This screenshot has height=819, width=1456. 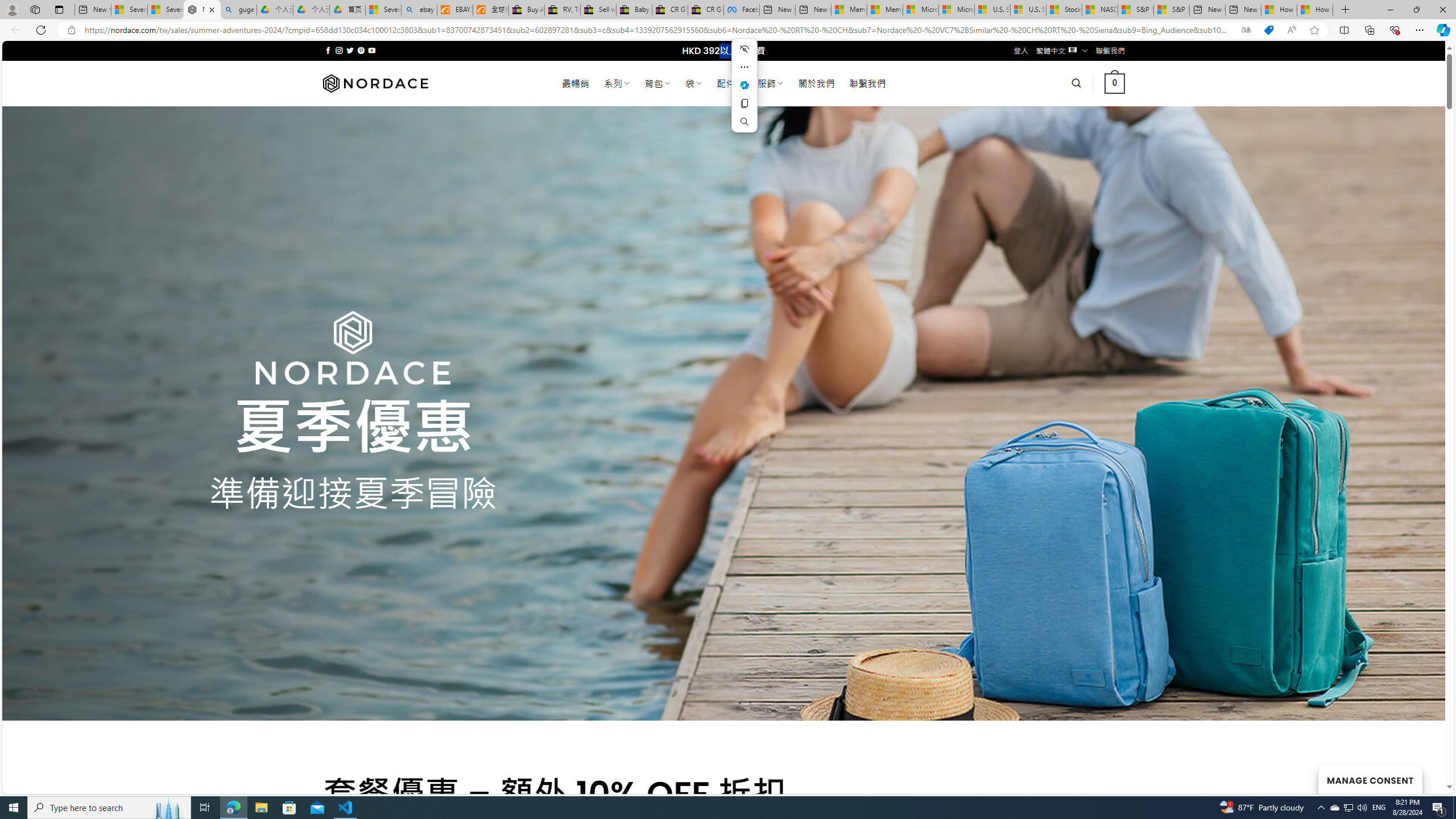 I want to click on 'More actions', so click(x=744, y=67).